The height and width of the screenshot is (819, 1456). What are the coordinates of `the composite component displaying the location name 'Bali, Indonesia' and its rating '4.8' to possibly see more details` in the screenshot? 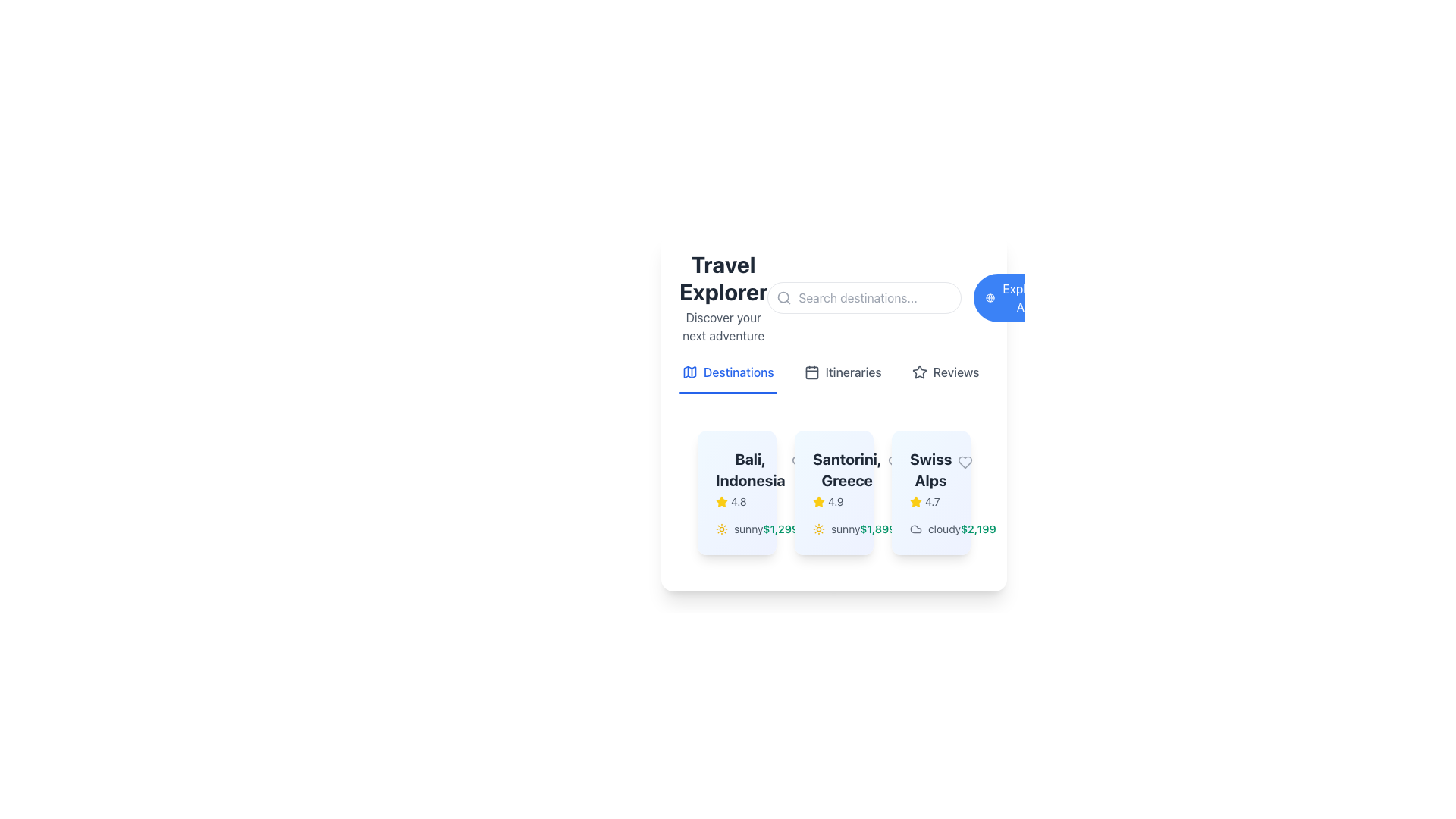 It's located at (750, 479).